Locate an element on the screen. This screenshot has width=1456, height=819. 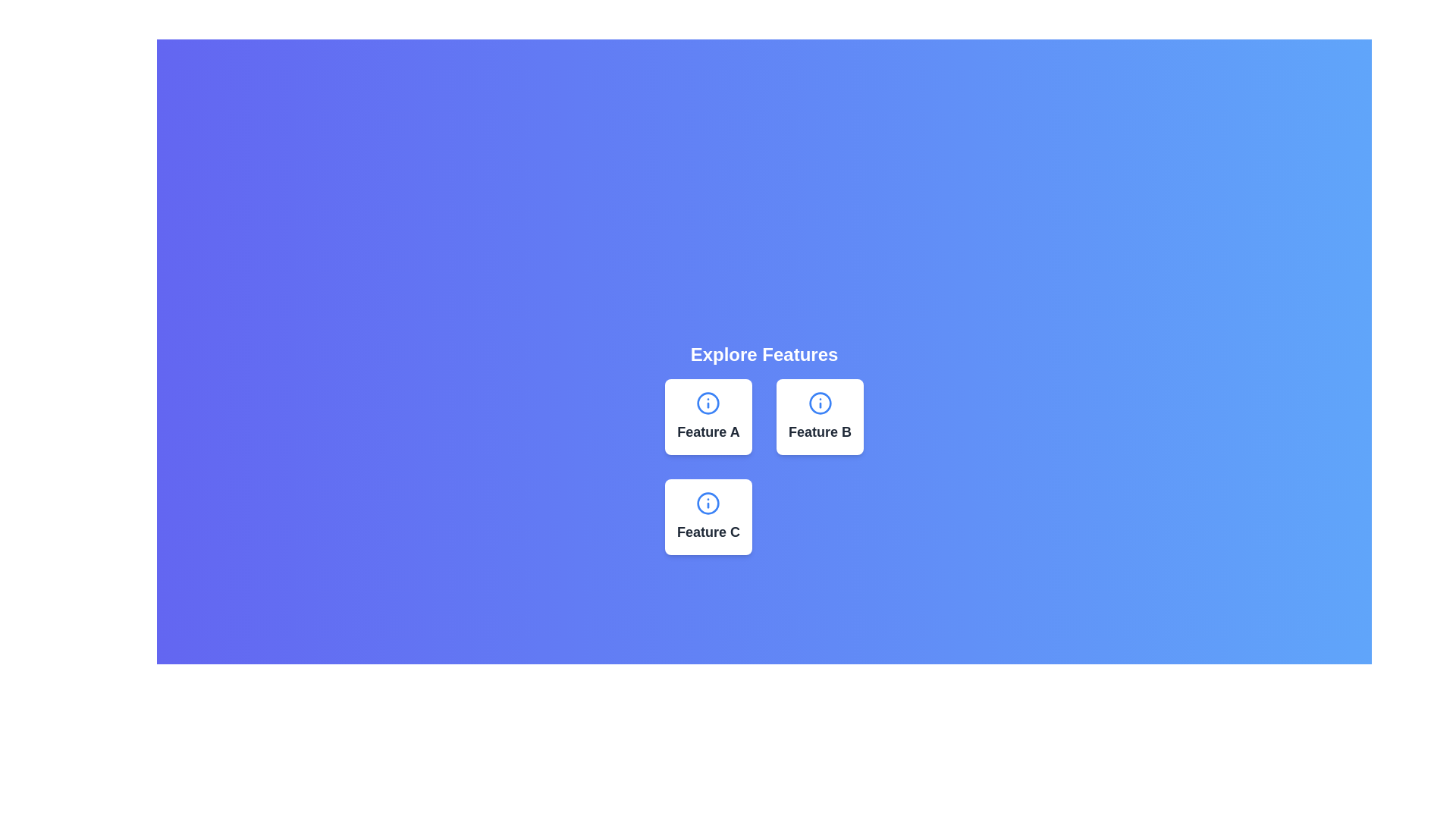
the third card in the 'Explore Features' grid, which has a white background and contains a blue circular info icon and the text 'Feature C' is located at coordinates (708, 516).